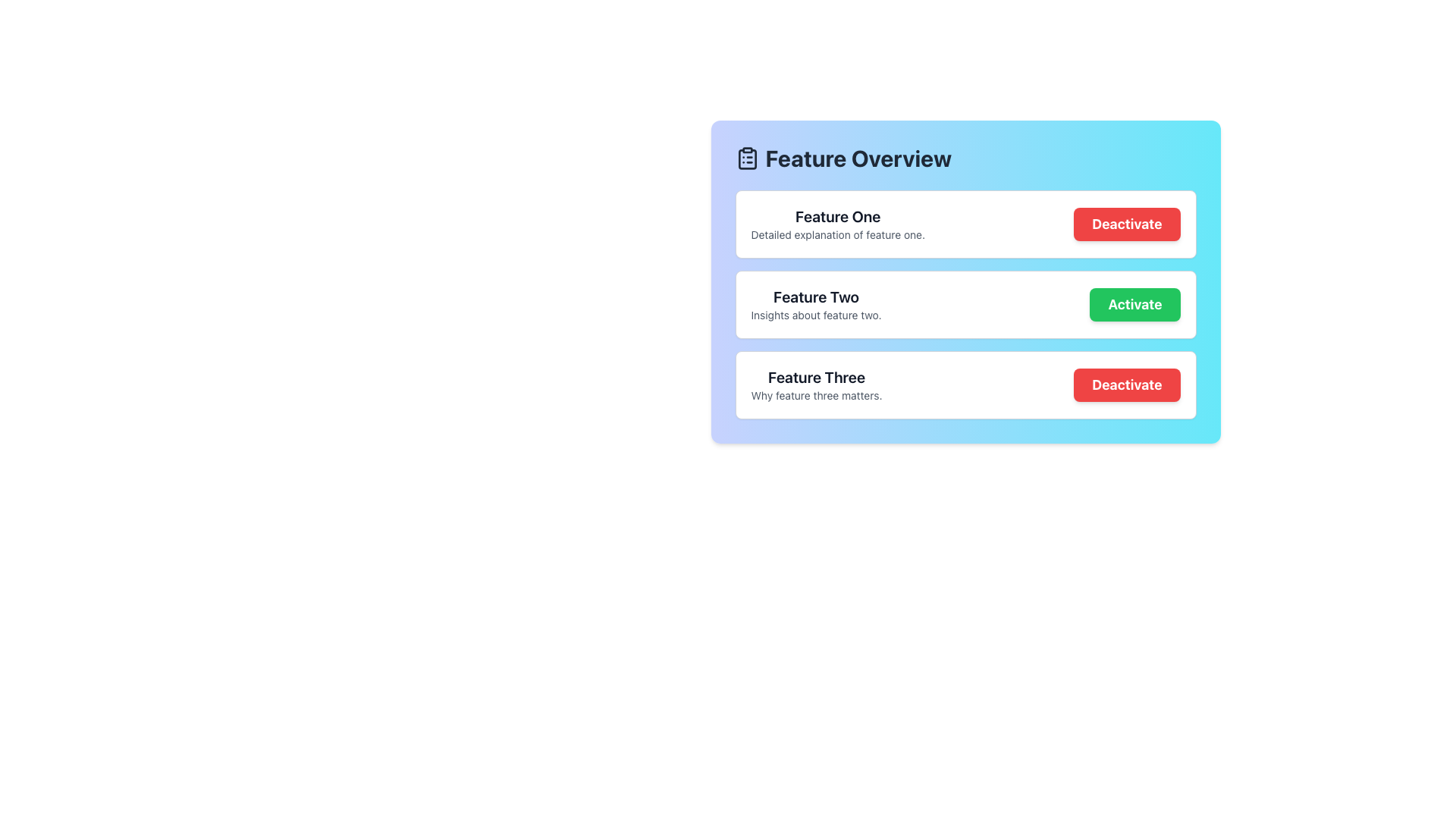  What do you see at coordinates (837, 216) in the screenshot?
I see `the text label that contains the words 'Feature One', which is styled in bold and larger font, indicating it is a headline or title` at bounding box center [837, 216].